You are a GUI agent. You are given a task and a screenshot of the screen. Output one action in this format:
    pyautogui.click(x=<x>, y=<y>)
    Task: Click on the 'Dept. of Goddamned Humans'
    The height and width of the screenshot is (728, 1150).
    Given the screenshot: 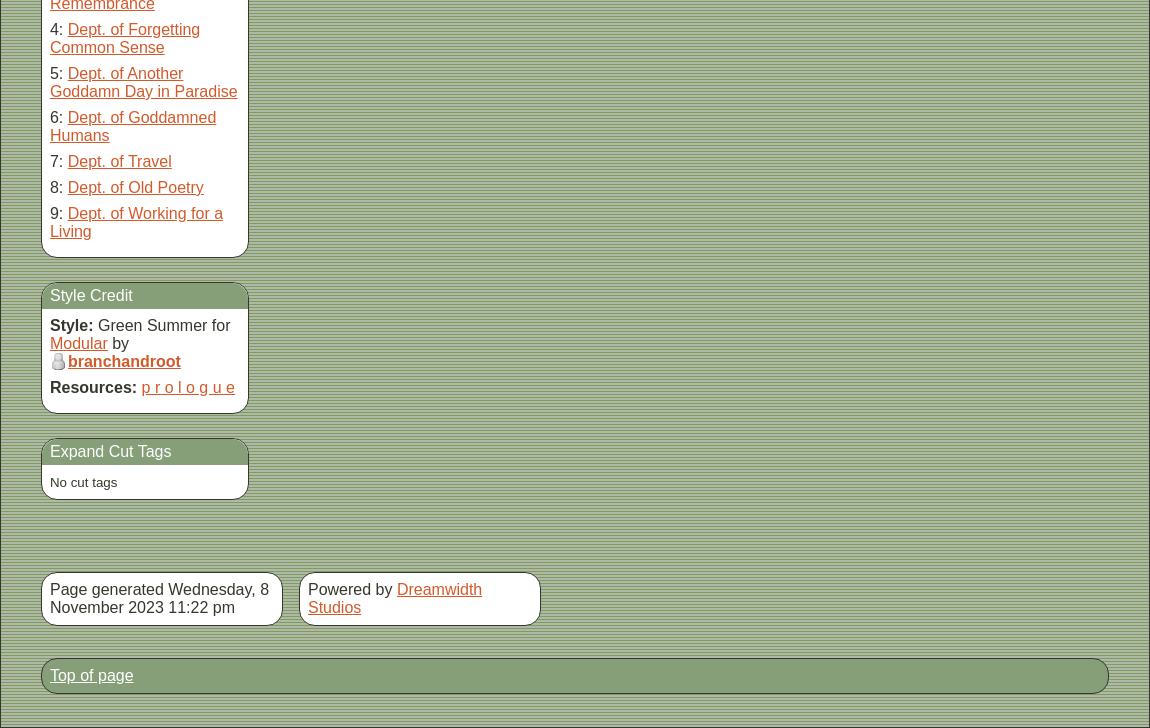 What is the action you would take?
    pyautogui.click(x=131, y=126)
    